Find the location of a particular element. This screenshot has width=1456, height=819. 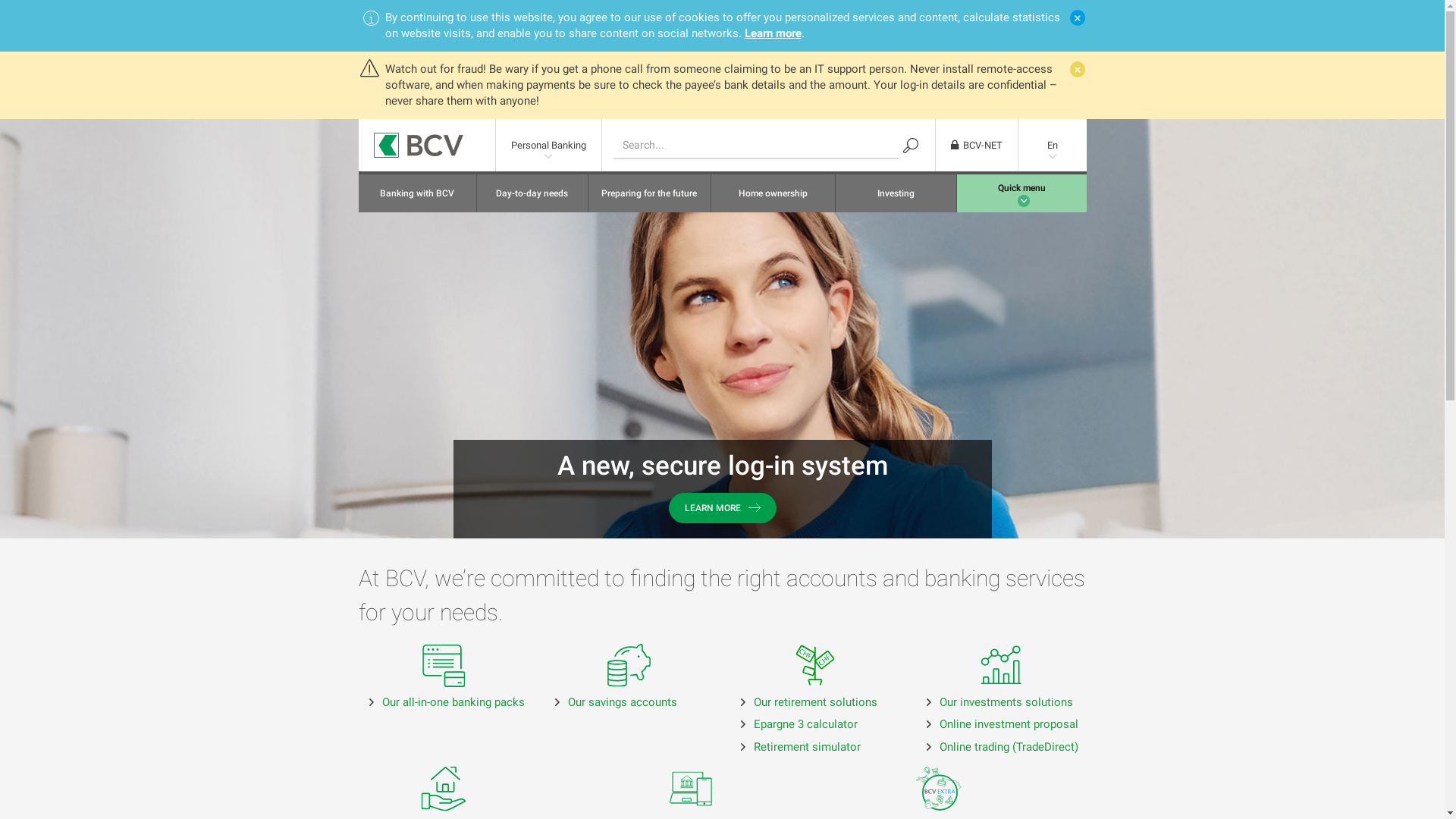

'Day-to-day needs' is located at coordinates (475, 192).